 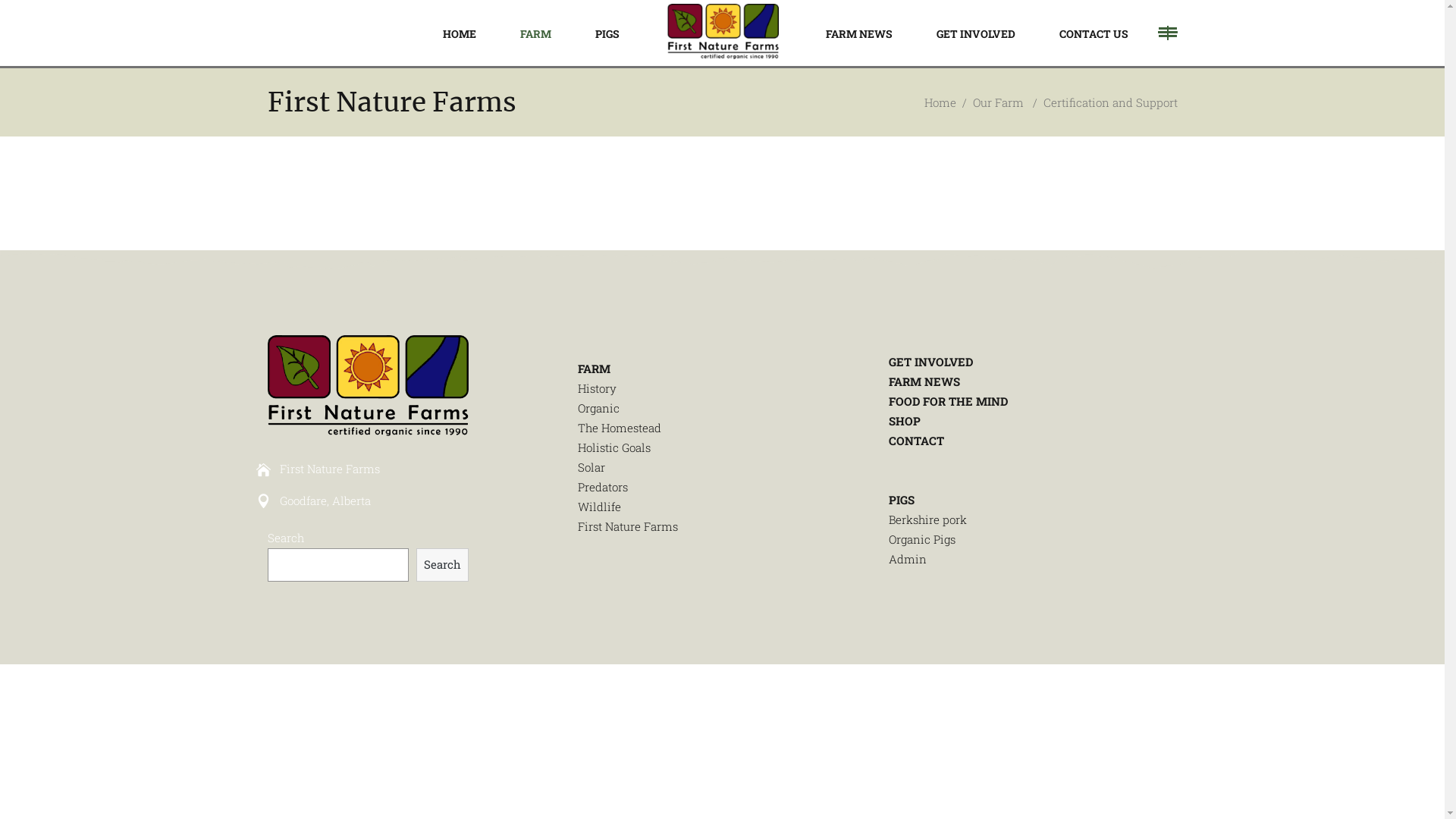 I want to click on 'Admin', so click(x=888, y=558).